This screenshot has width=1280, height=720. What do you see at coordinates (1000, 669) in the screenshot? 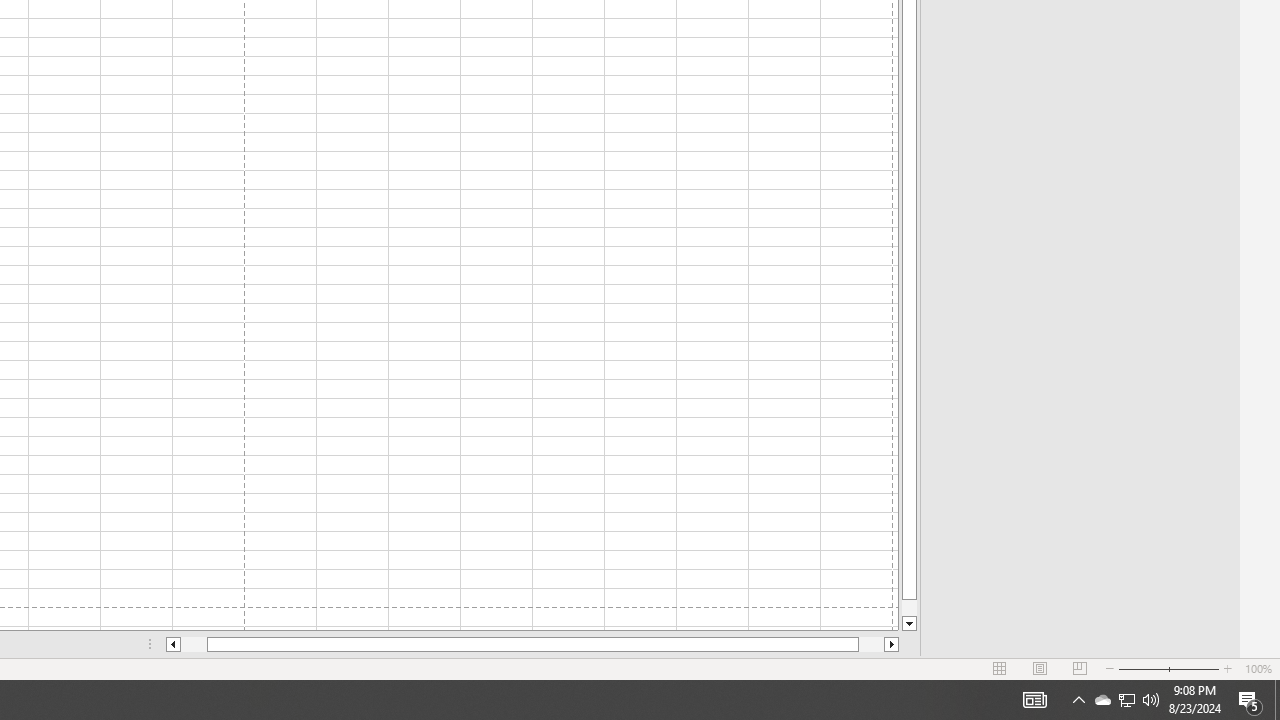
I see `'Normal'` at bounding box center [1000, 669].